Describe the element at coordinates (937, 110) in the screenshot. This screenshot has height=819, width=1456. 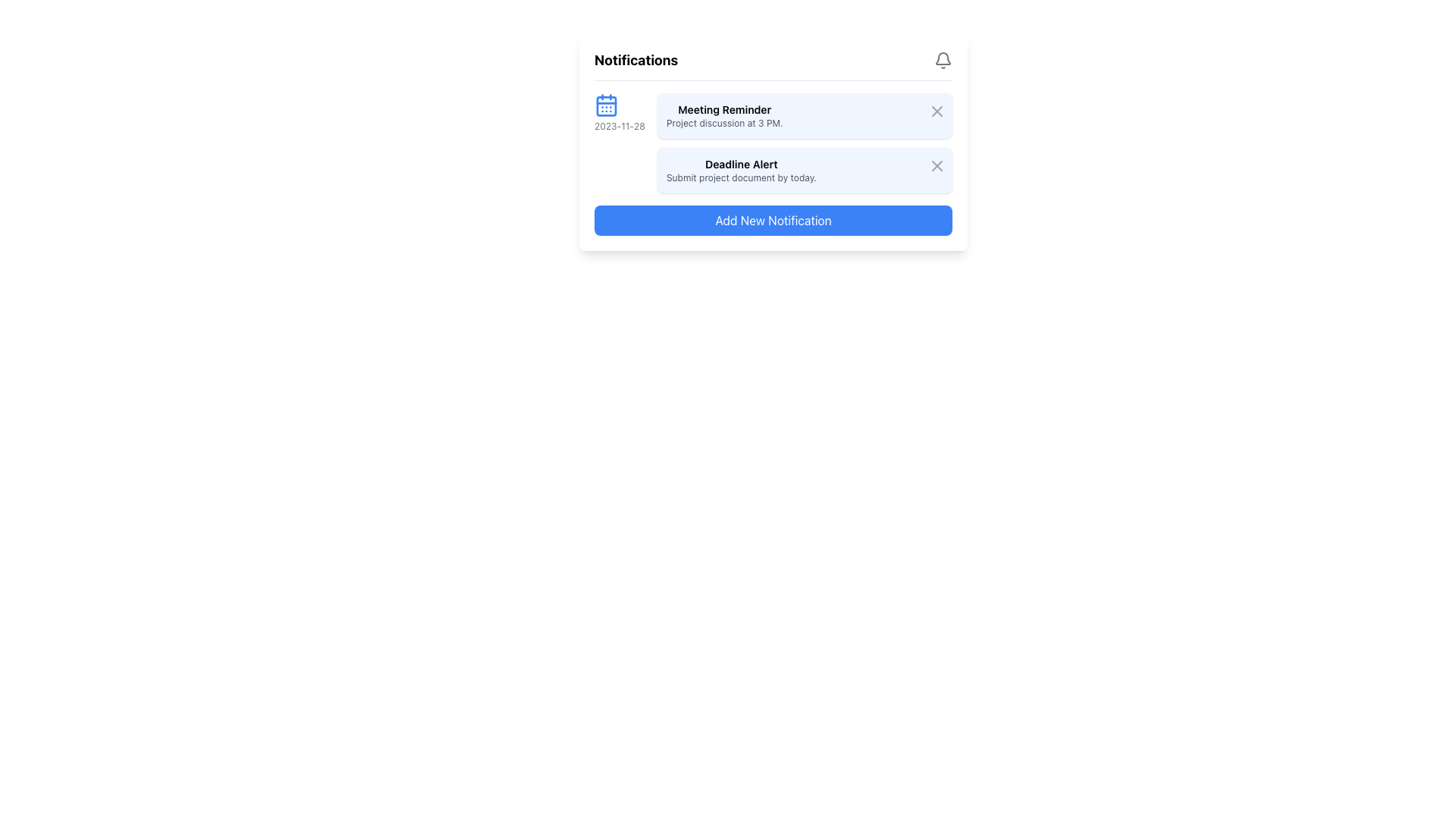
I see `the keyboard interaction on the dismiss button represented by a minimalistic 'X' shape located in the upper-right corner of the notification box containing the 'Meeting Reminder' and 'Deadline Alert' messages` at that location.